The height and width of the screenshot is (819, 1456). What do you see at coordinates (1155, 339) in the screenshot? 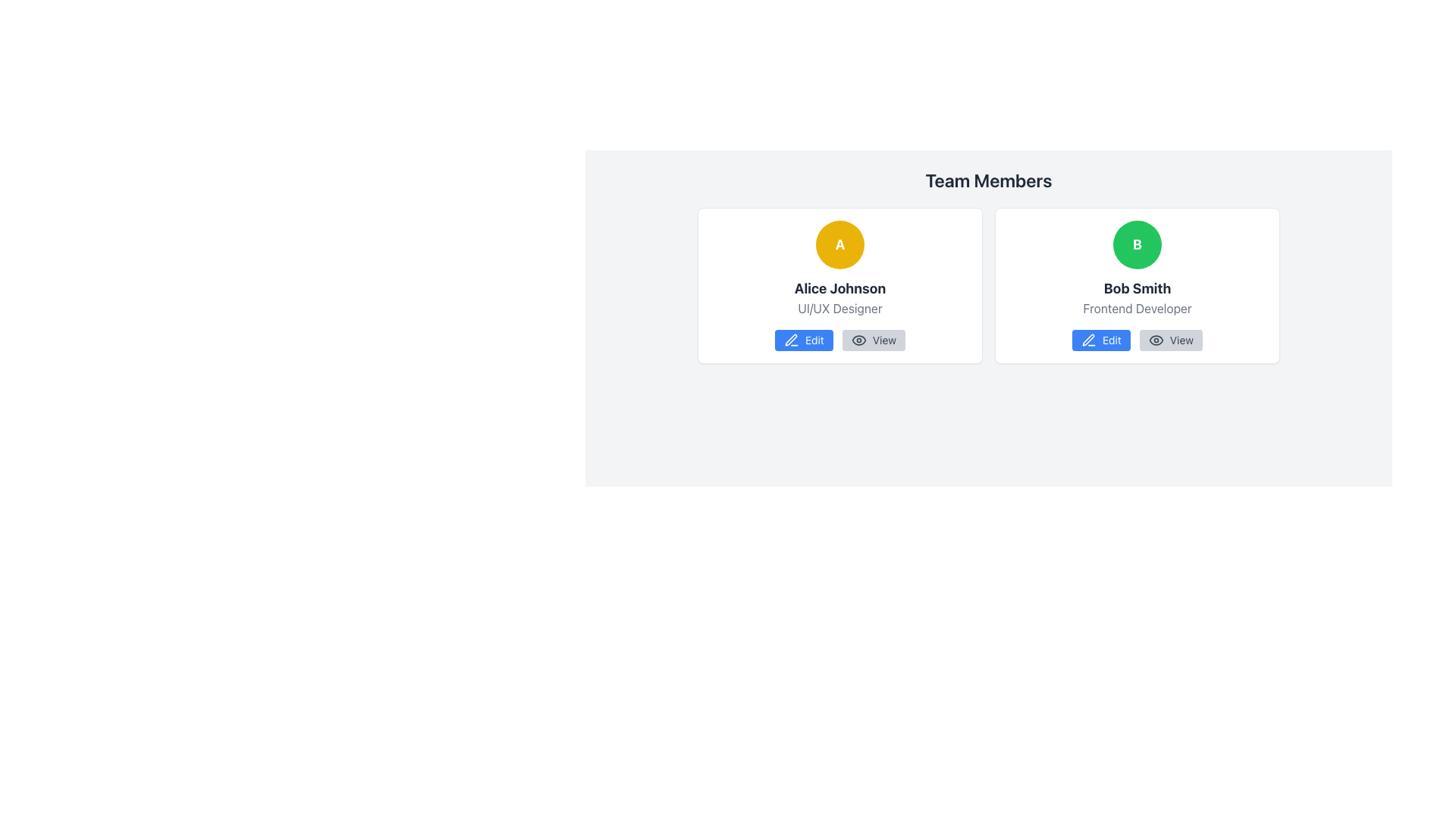
I see `the circular gray 'view' icon located within the secondary button of the user card for 'Bob Smith', positioned to the right of the 'Edit' button in the 'Team Members' section` at bounding box center [1155, 339].